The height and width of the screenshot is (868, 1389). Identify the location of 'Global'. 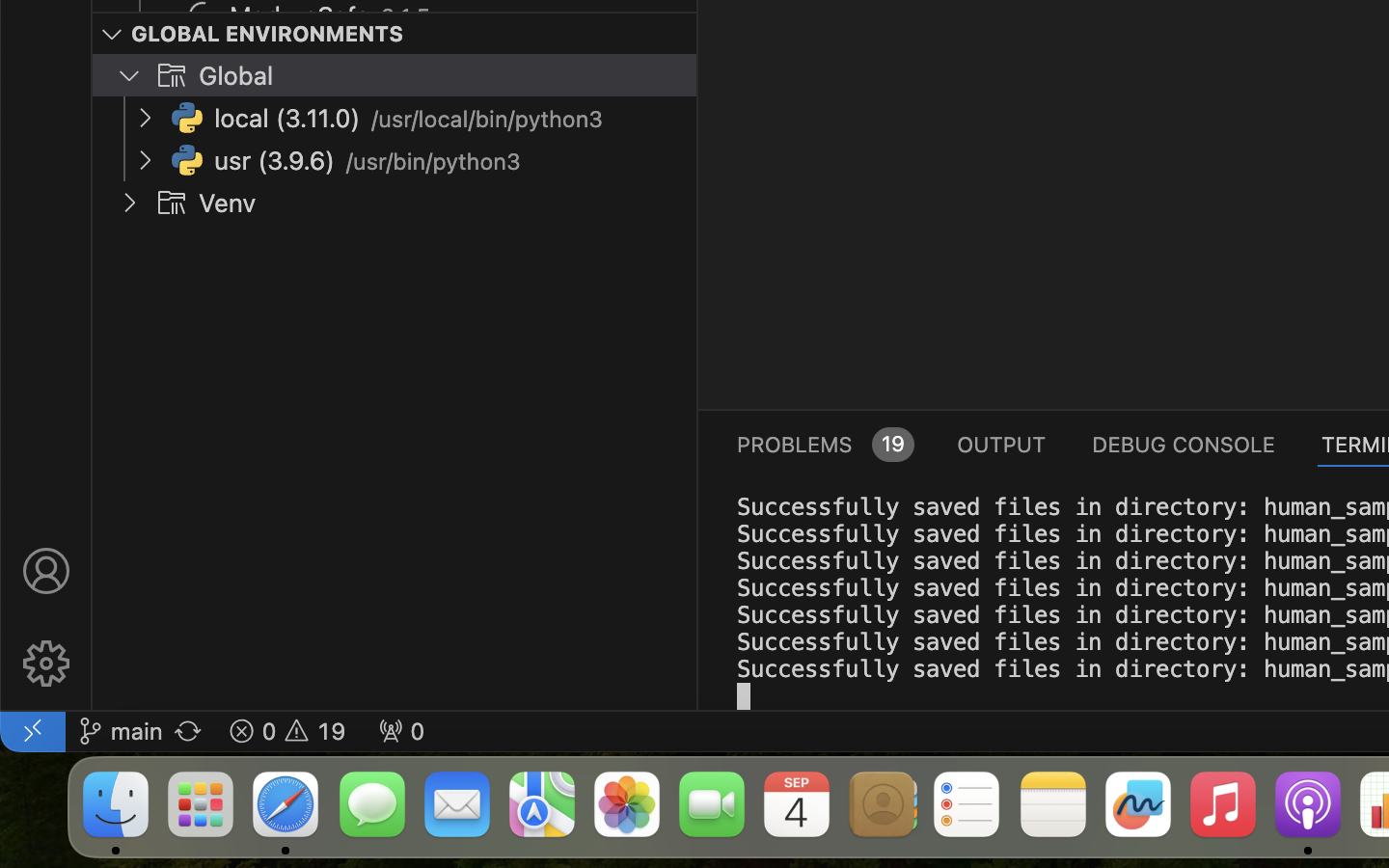
(234, 75).